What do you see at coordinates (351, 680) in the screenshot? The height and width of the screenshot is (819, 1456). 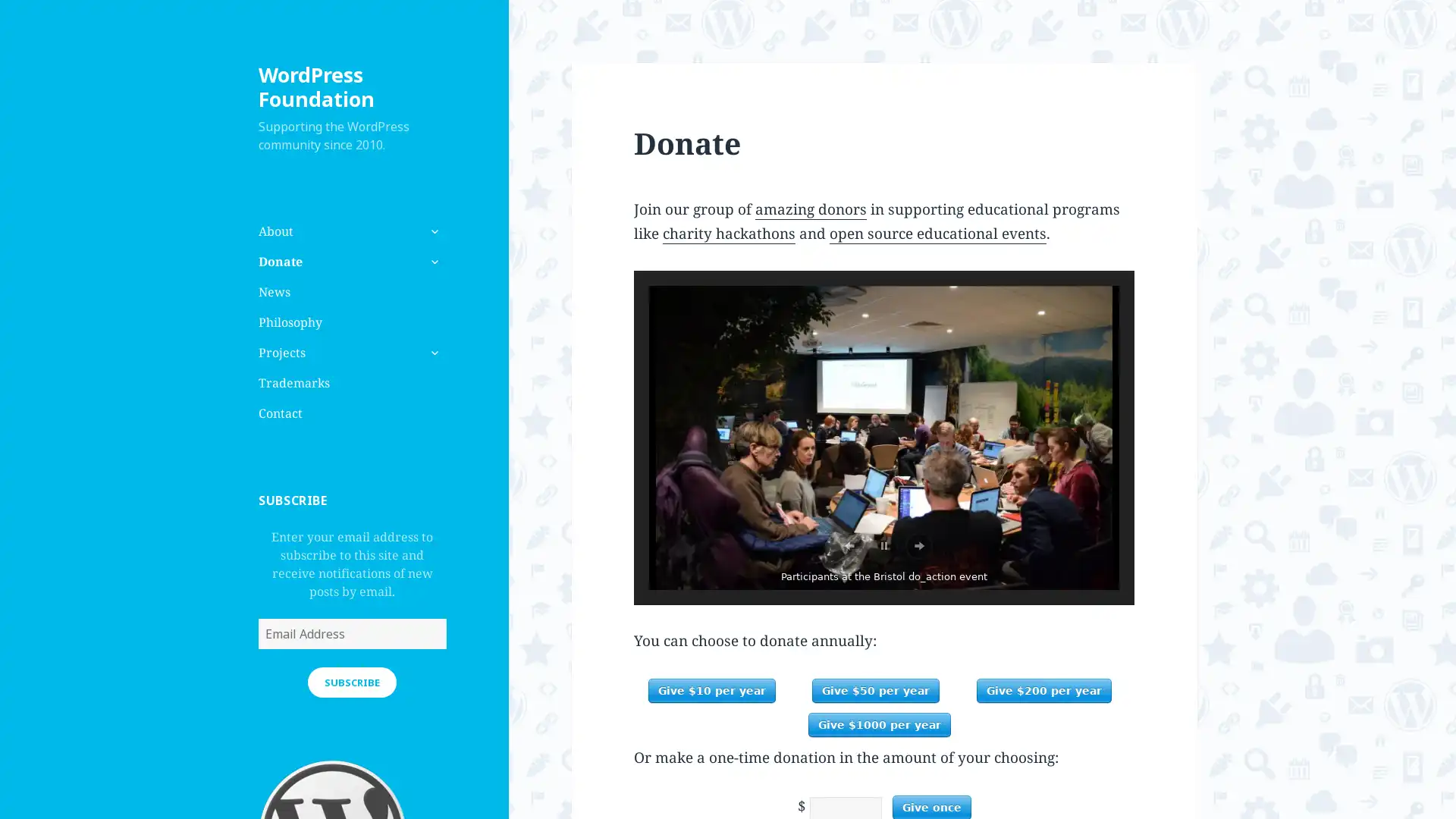 I see `SUBSCRIBE` at bounding box center [351, 680].